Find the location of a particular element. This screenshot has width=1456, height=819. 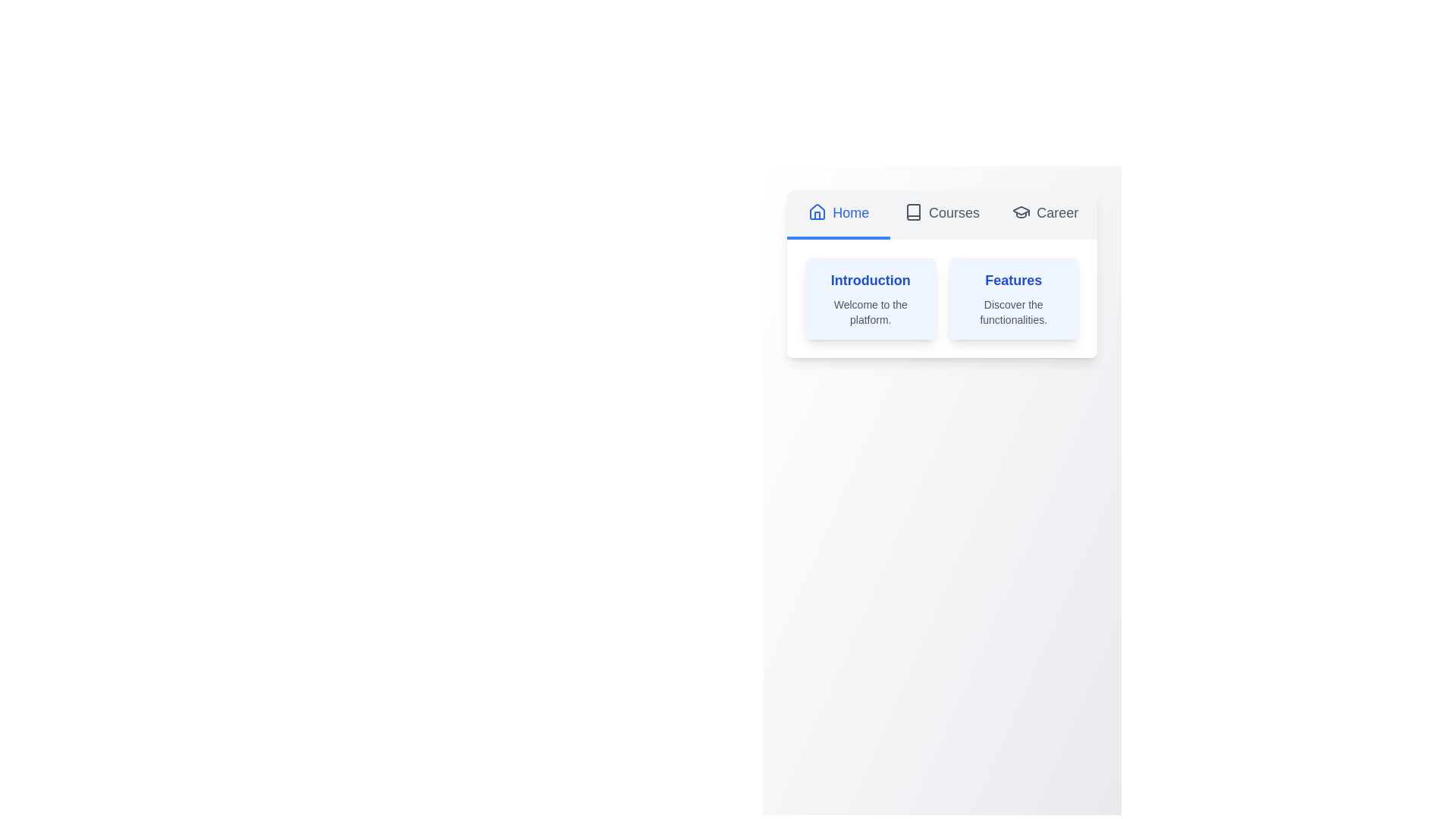

the book icon in the navigation bar for keyboard navigation is located at coordinates (912, 212).